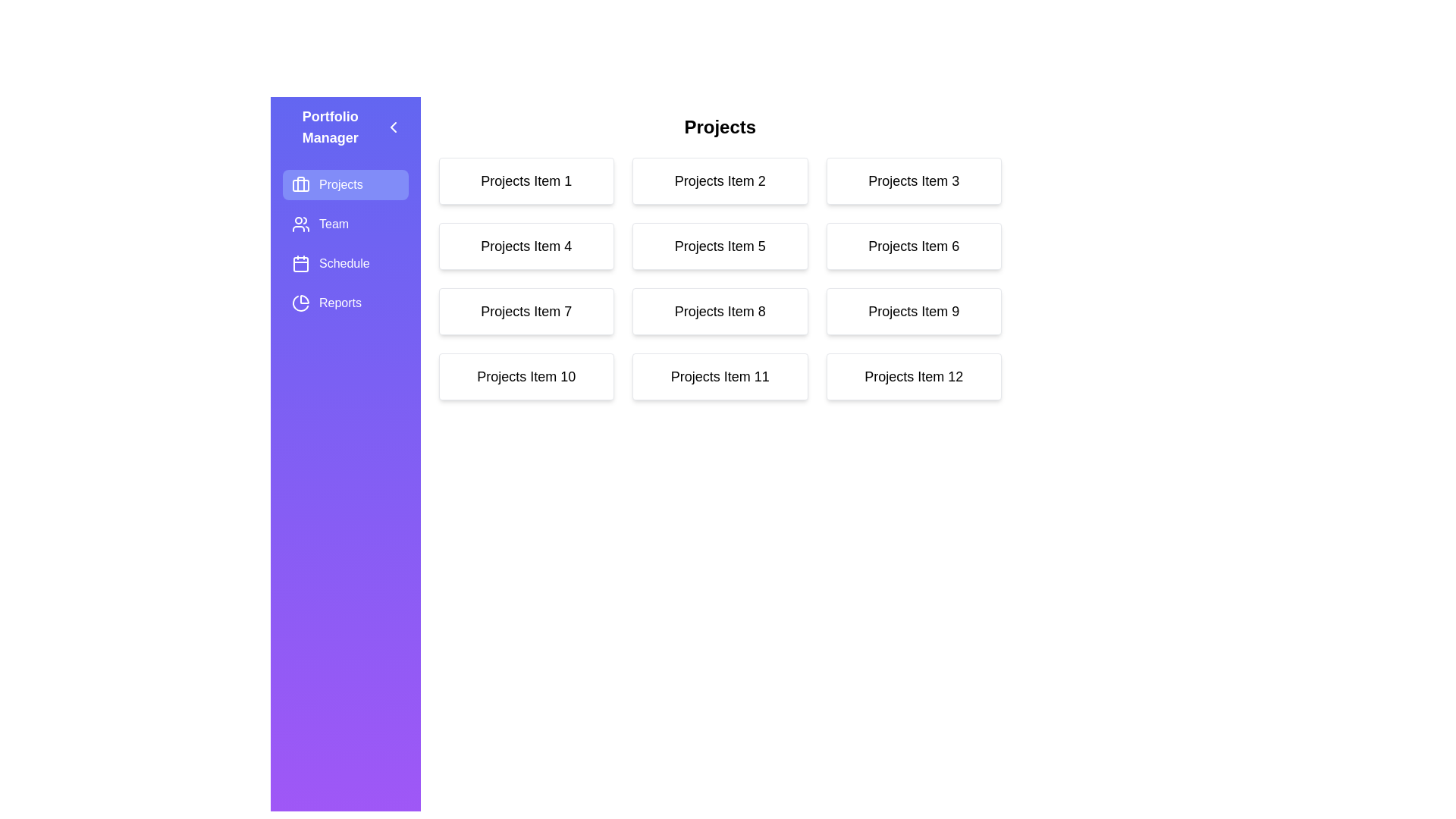  What do you see at coordinates (344, 184) in the screenshot?
I see `the sidebar module Projects to navigate to it` at bounding box center [344, 184].